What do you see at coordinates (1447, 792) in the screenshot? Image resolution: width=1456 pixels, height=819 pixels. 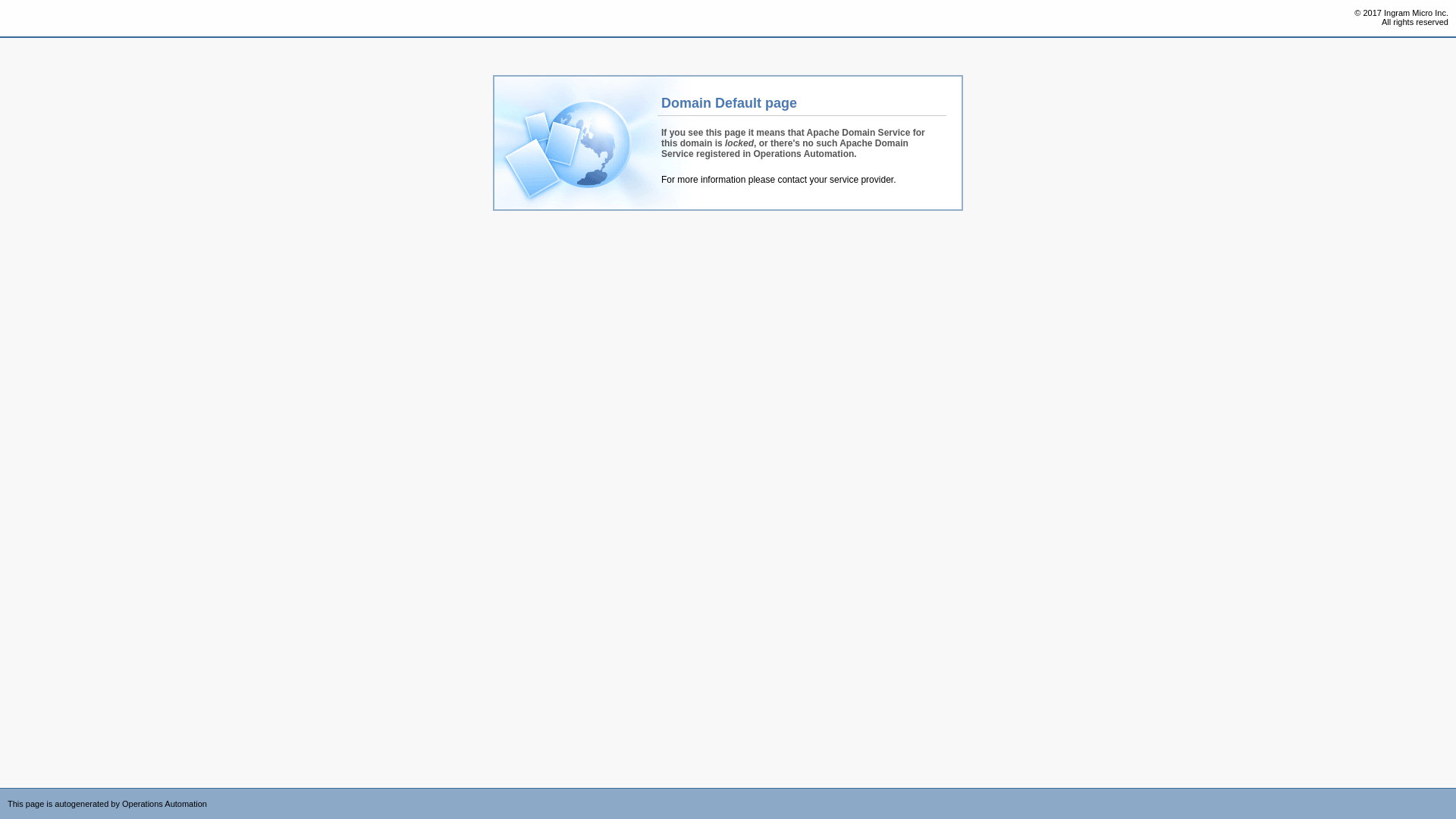 I see `'Powered by CloudBlue Commerce'` at bounding box center [1447, 792].